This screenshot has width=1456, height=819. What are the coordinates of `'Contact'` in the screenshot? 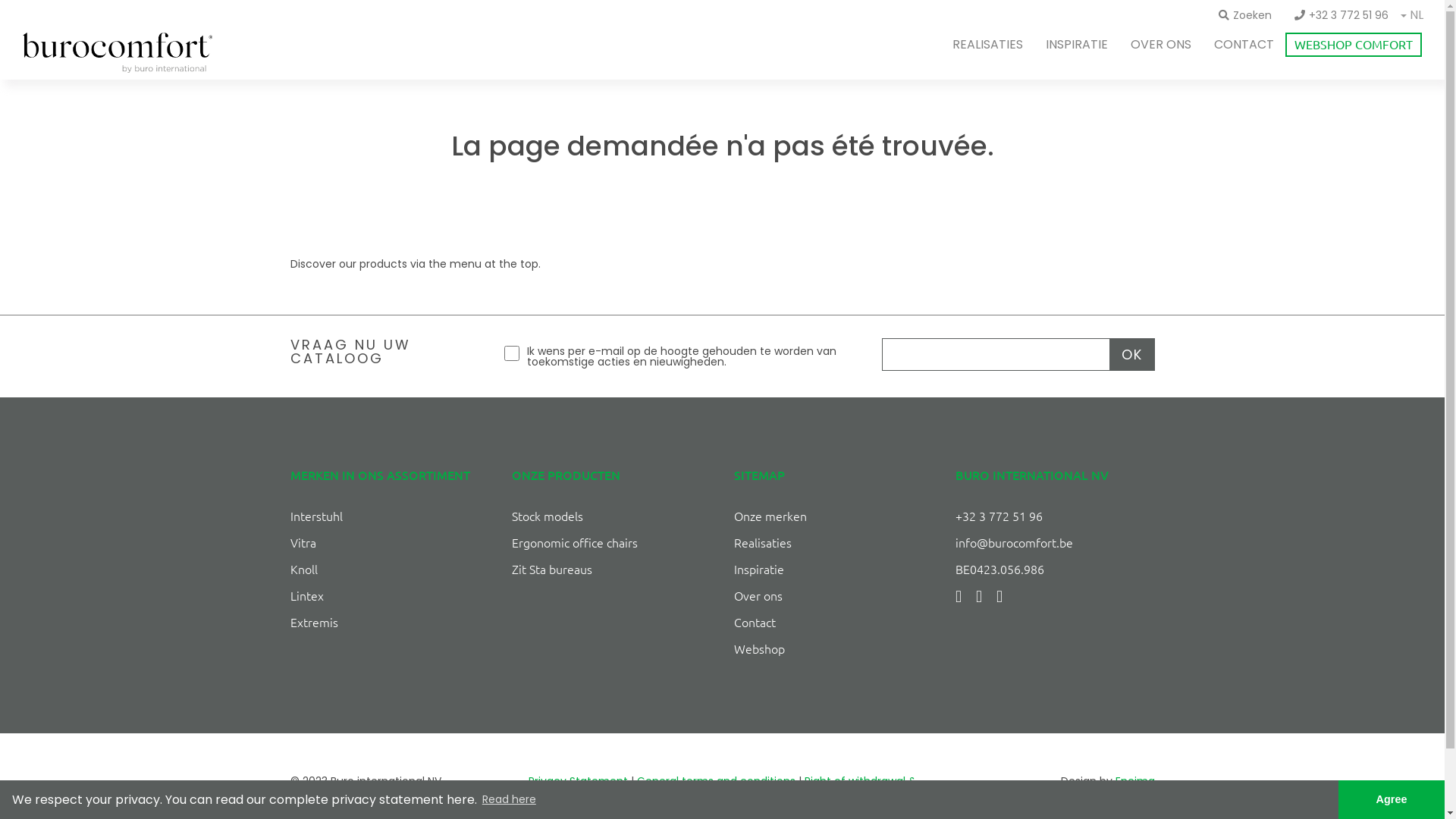 It's located at (755, 622).